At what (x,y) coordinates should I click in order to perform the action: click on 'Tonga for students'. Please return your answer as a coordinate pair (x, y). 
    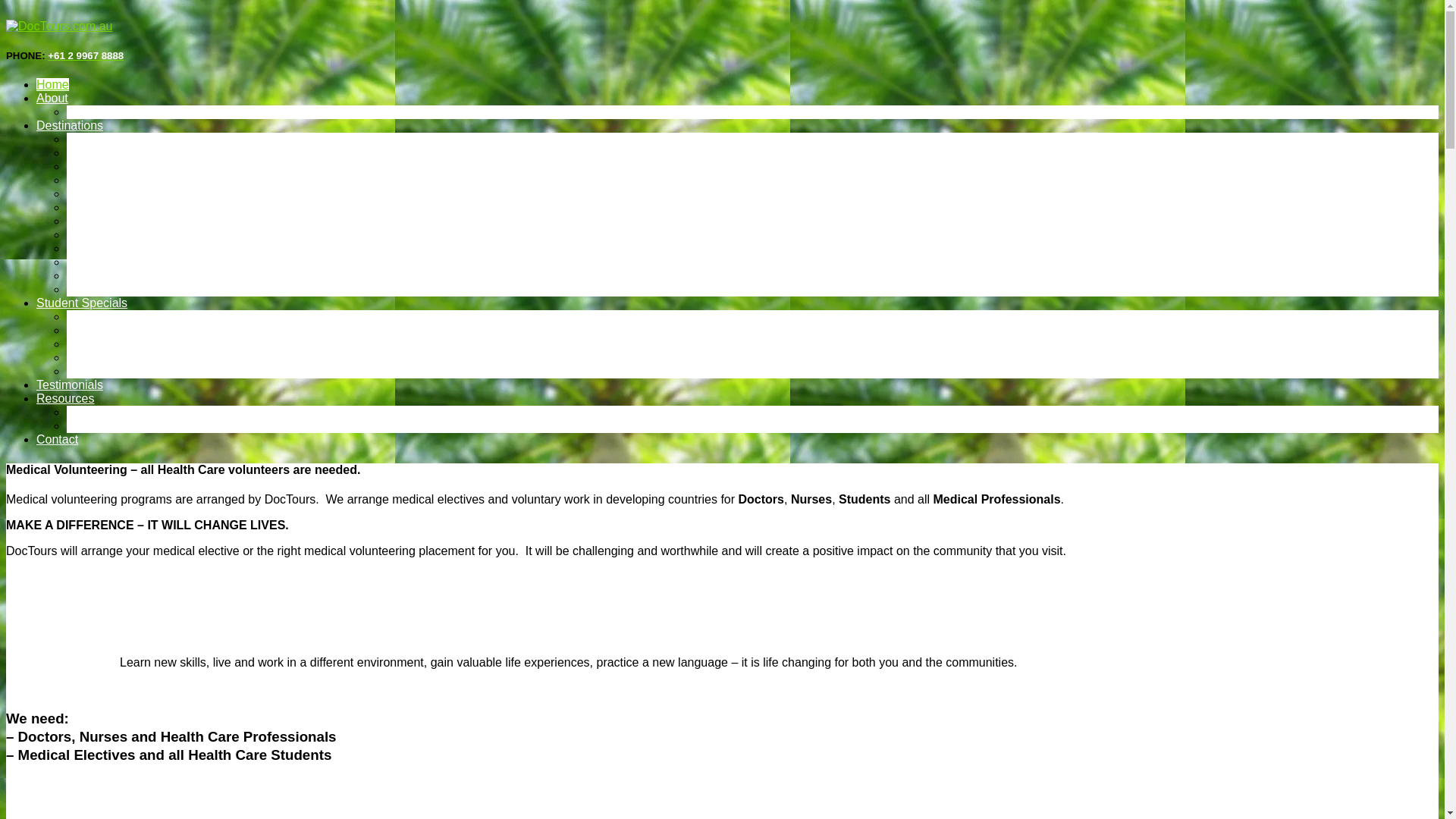
    Looking at the image, I should click on (115, 357).